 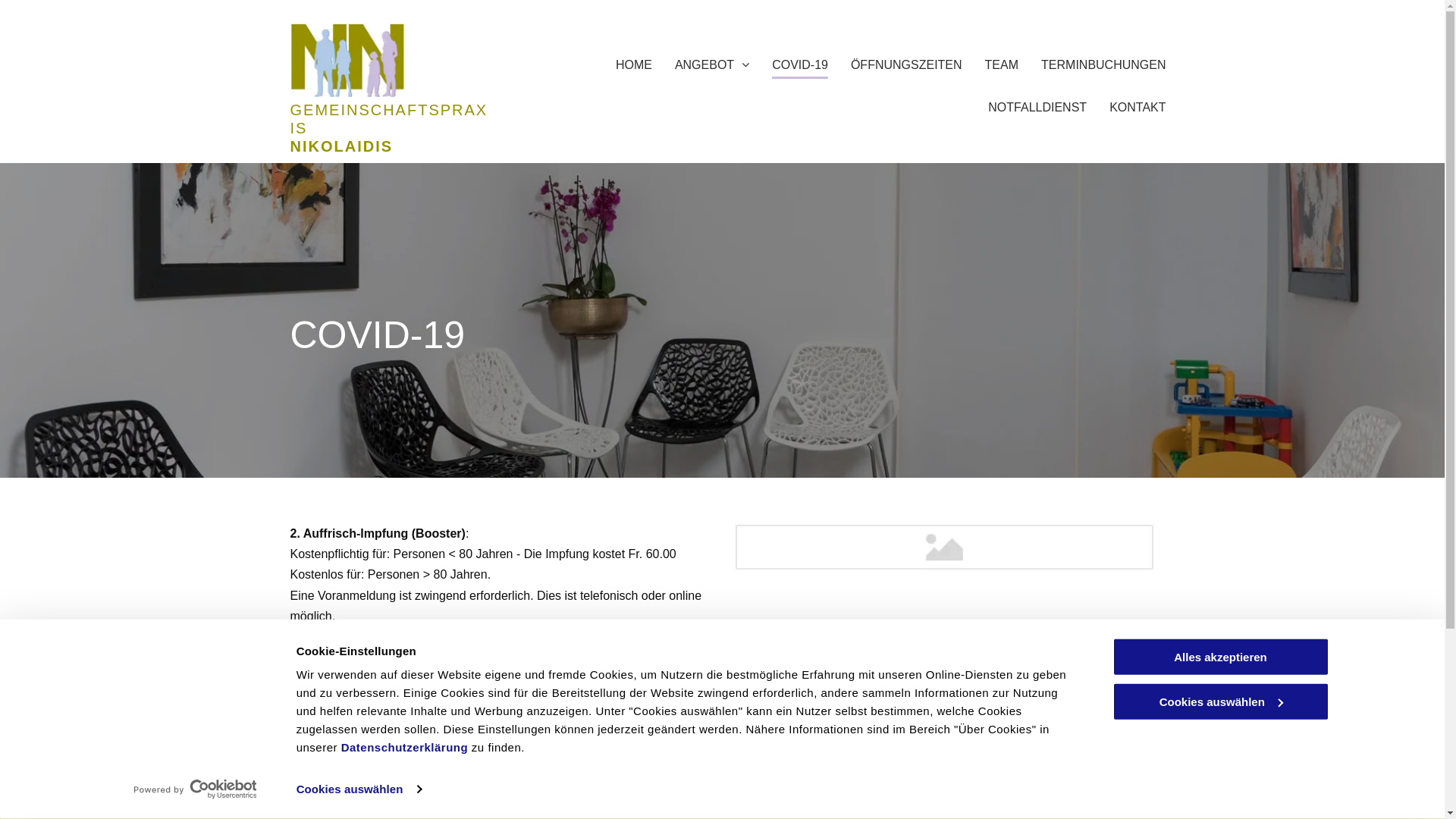 I want to click on 'TERMINBUCHUNGEN', so click(x=1103, y=61).